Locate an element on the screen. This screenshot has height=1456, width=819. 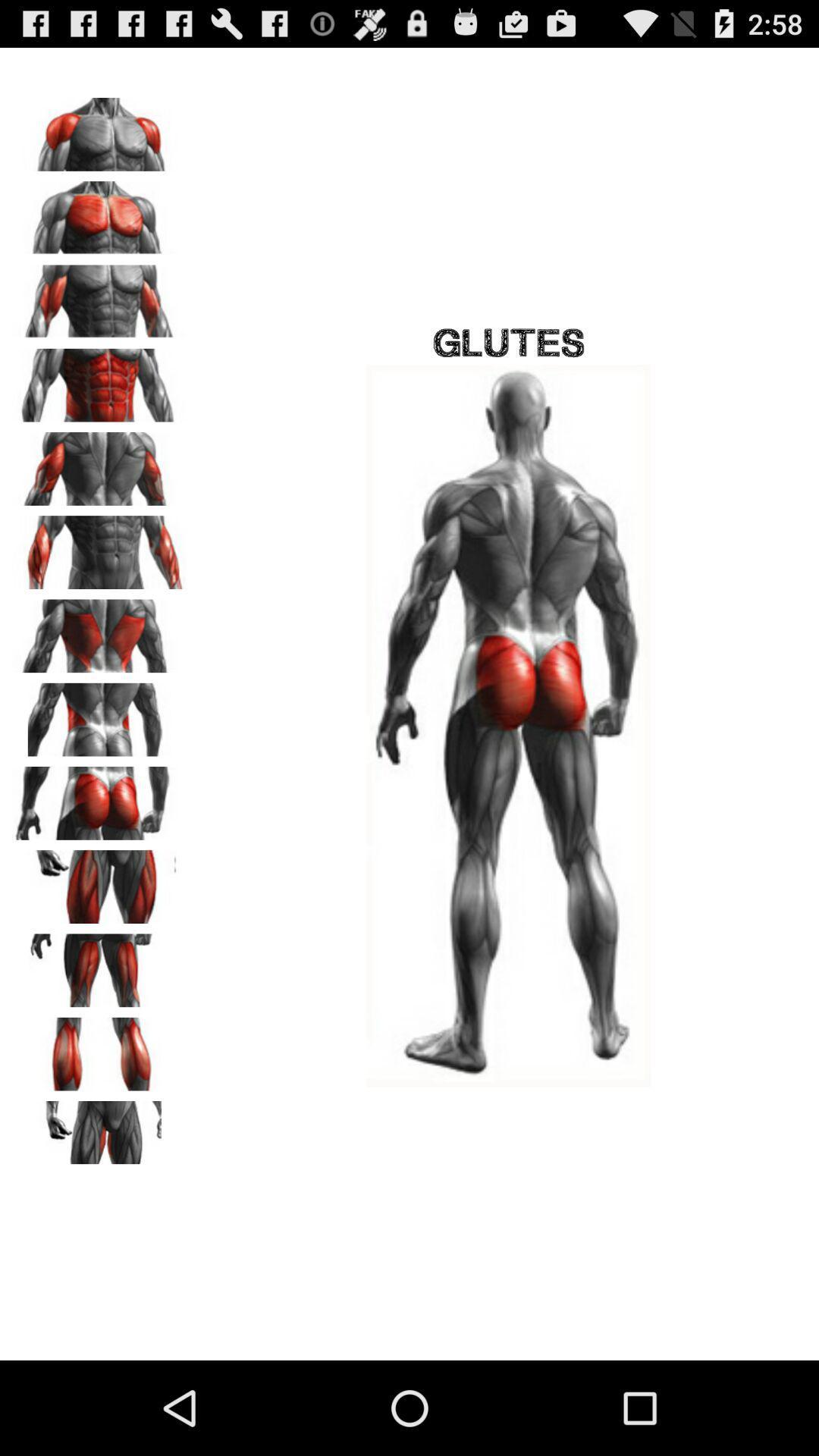
choose the picture to show is located at coordinates (99, 297).